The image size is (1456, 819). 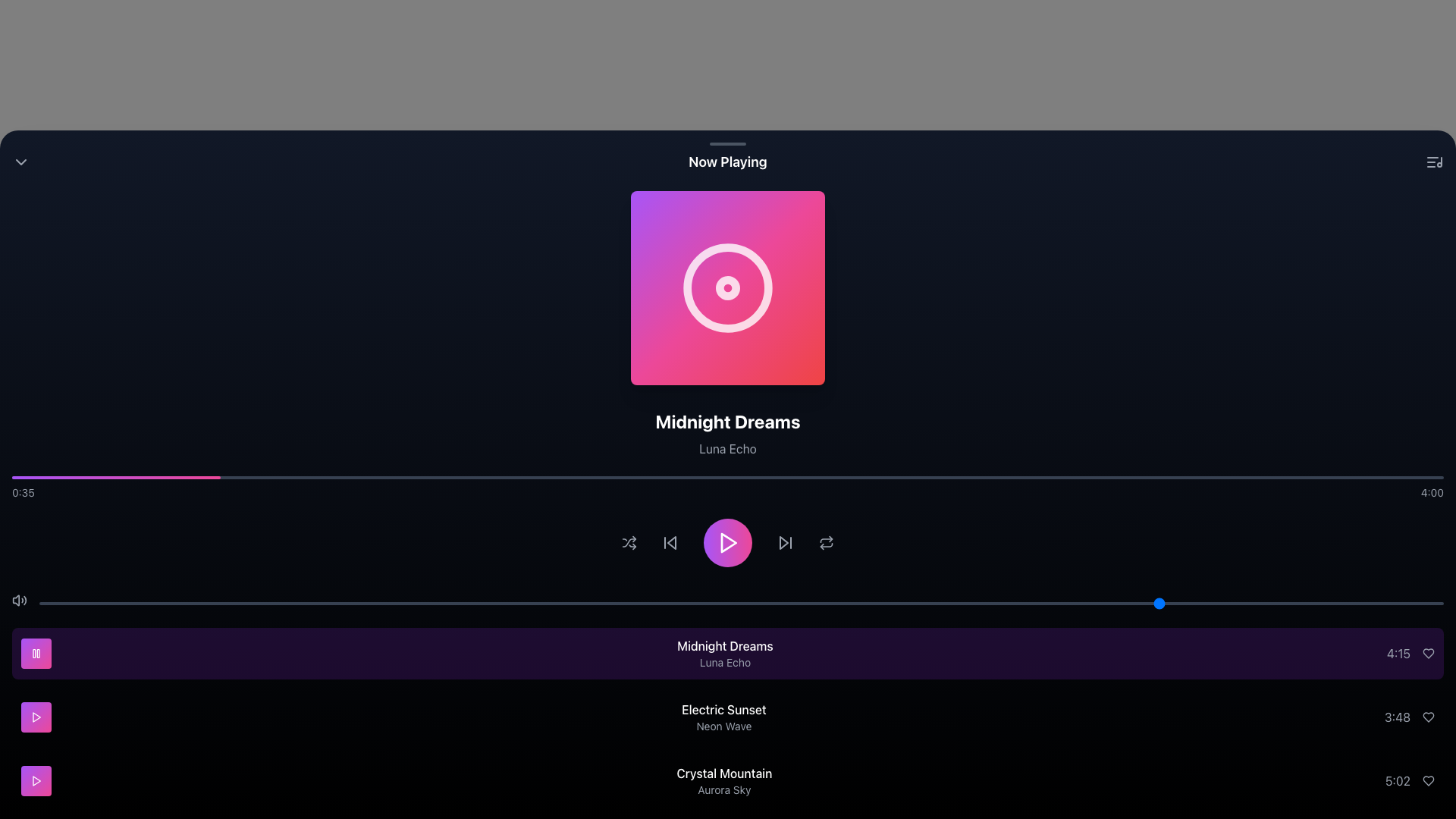 What do you see at coordinates (786, 542) in the screenshot?
I see `the skip-forward button, which is represented as a rightward pointing triangle with a vertical line beside it, styled in gray with a hover effect that changes it to white` at bounding box center [786, 542].